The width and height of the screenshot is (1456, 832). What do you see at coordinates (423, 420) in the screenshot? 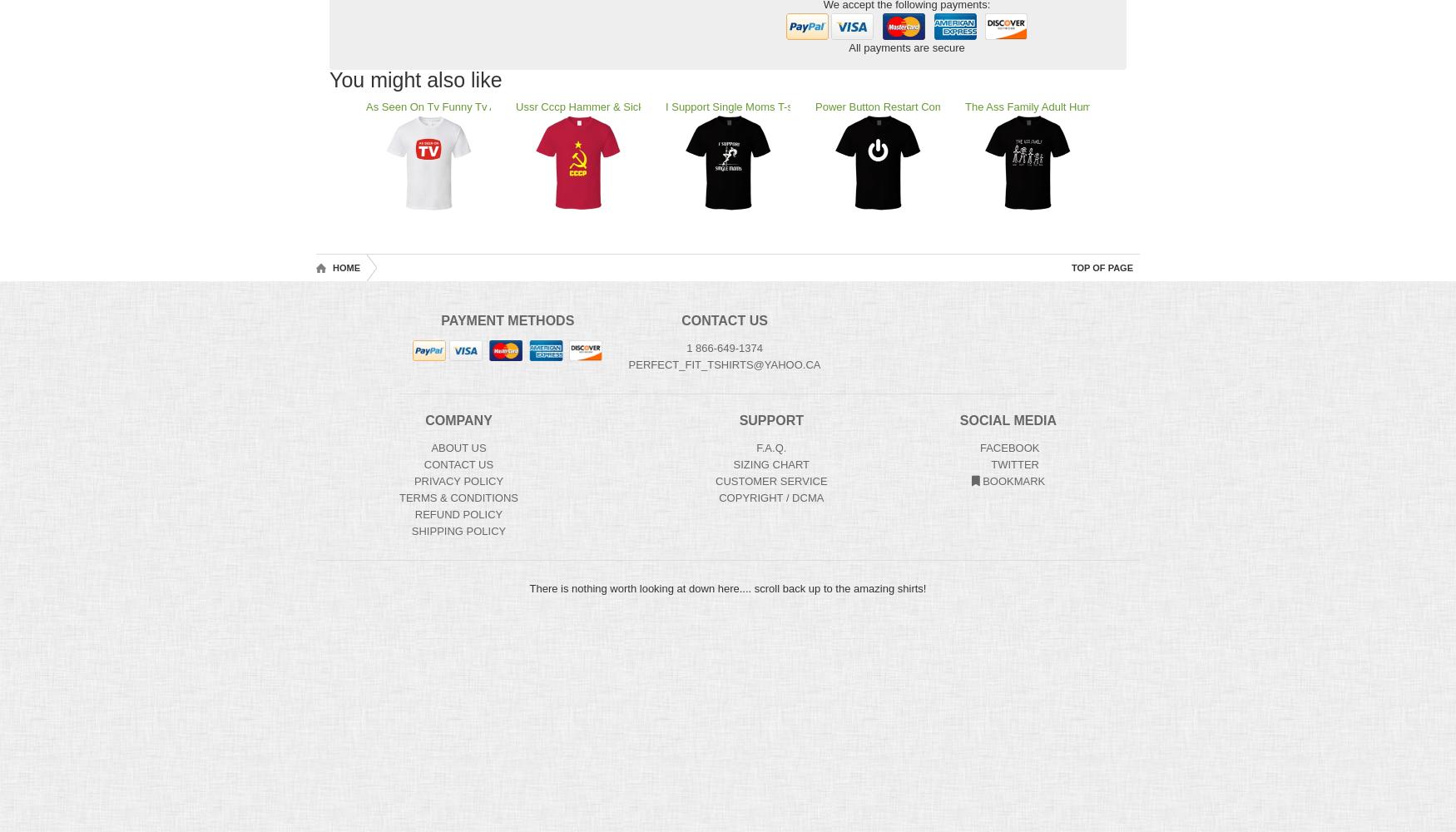
I see `'Company'` at bounding box center [423, 420].